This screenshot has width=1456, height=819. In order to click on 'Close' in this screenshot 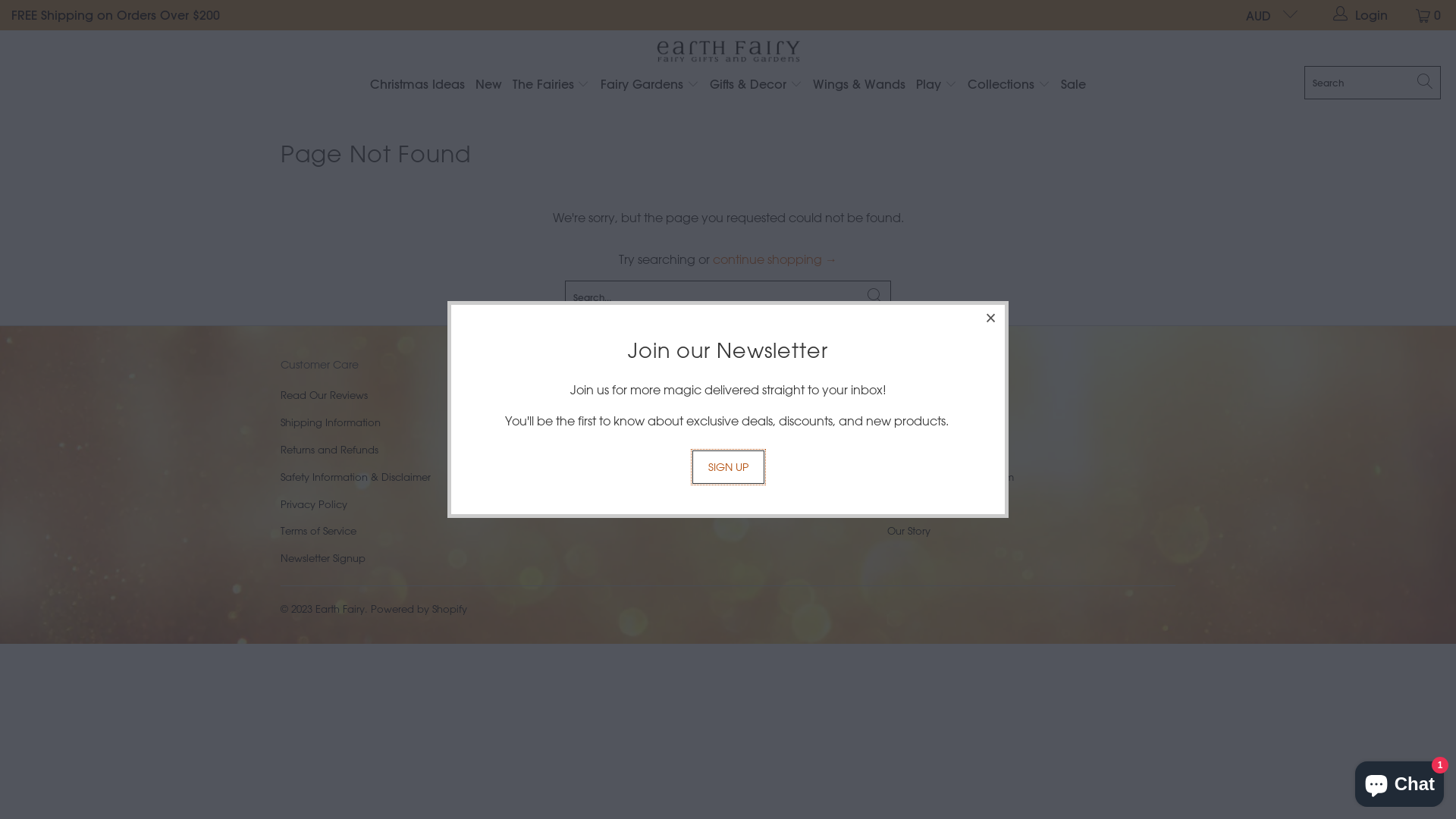, I will do `click(990, 318)`.